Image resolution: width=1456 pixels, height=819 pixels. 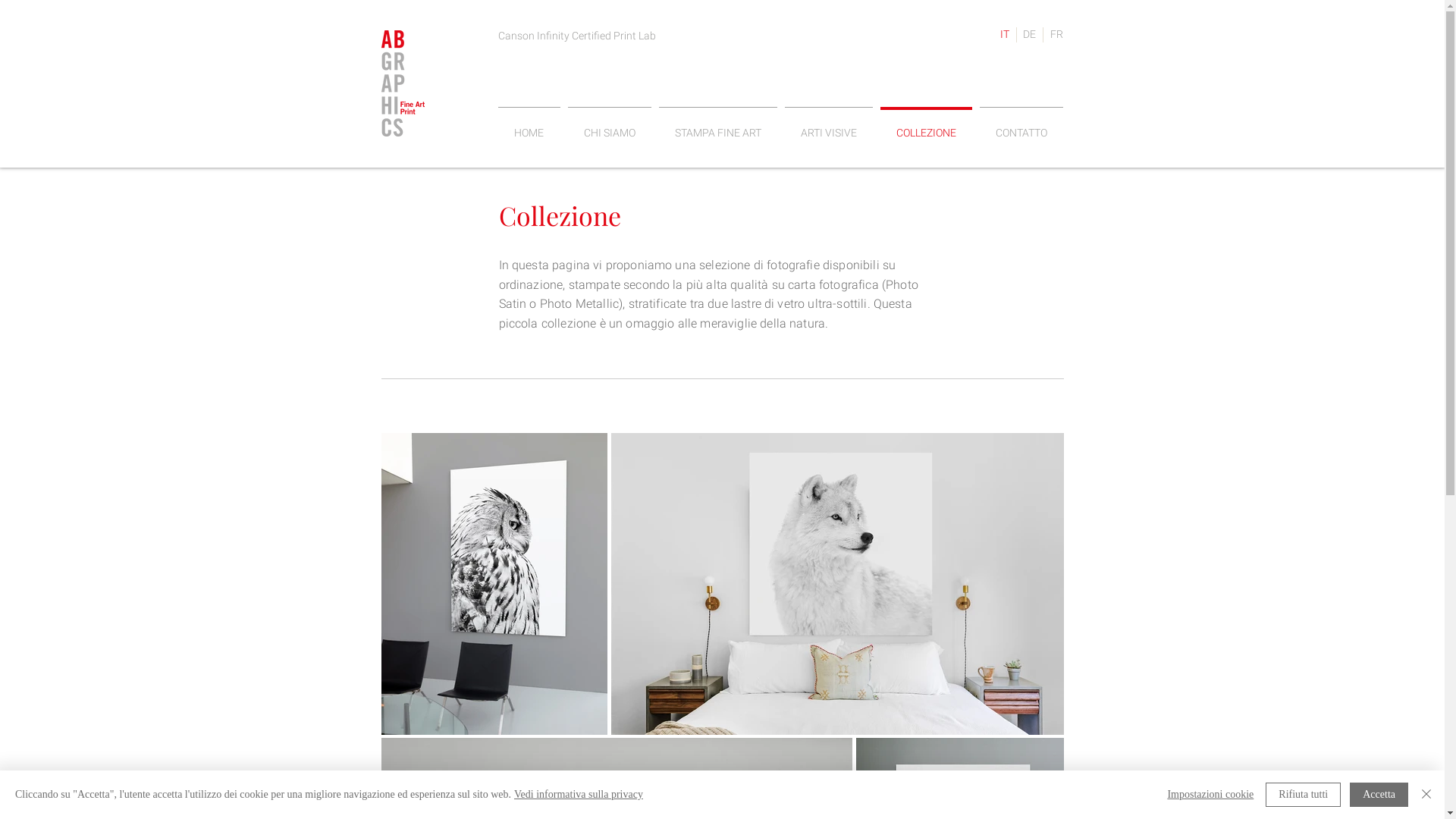 I want to click on 'HOME', so click(x=529, y=124).